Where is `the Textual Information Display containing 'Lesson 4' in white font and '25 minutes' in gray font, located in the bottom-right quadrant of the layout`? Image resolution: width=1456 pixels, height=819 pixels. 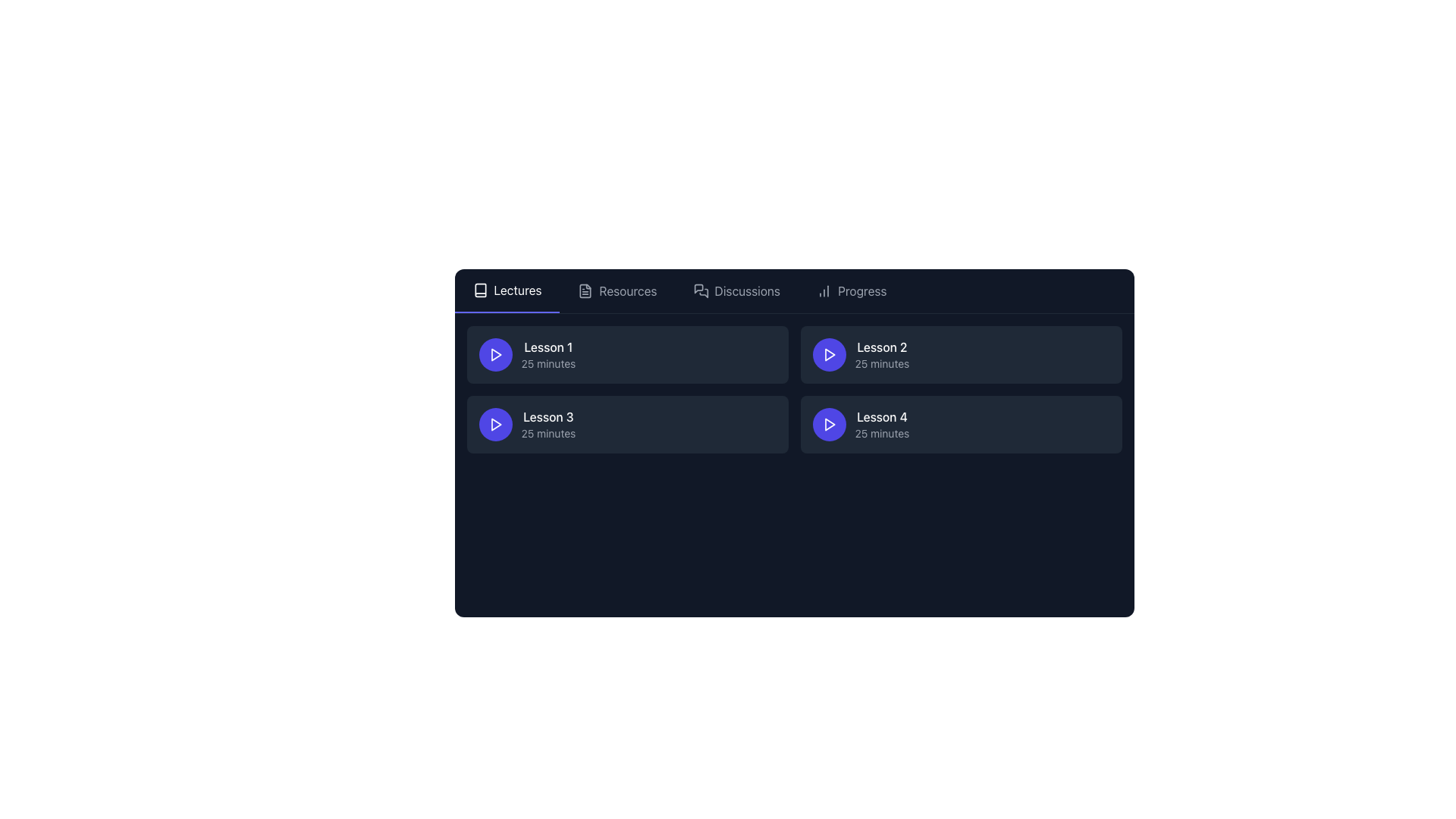
the Textual Information Display containing 'Lesson 4' in white font and '25 minutes' in gray font, located in the bottom-right quadrant of the layout is located at coordinates (882, 424).